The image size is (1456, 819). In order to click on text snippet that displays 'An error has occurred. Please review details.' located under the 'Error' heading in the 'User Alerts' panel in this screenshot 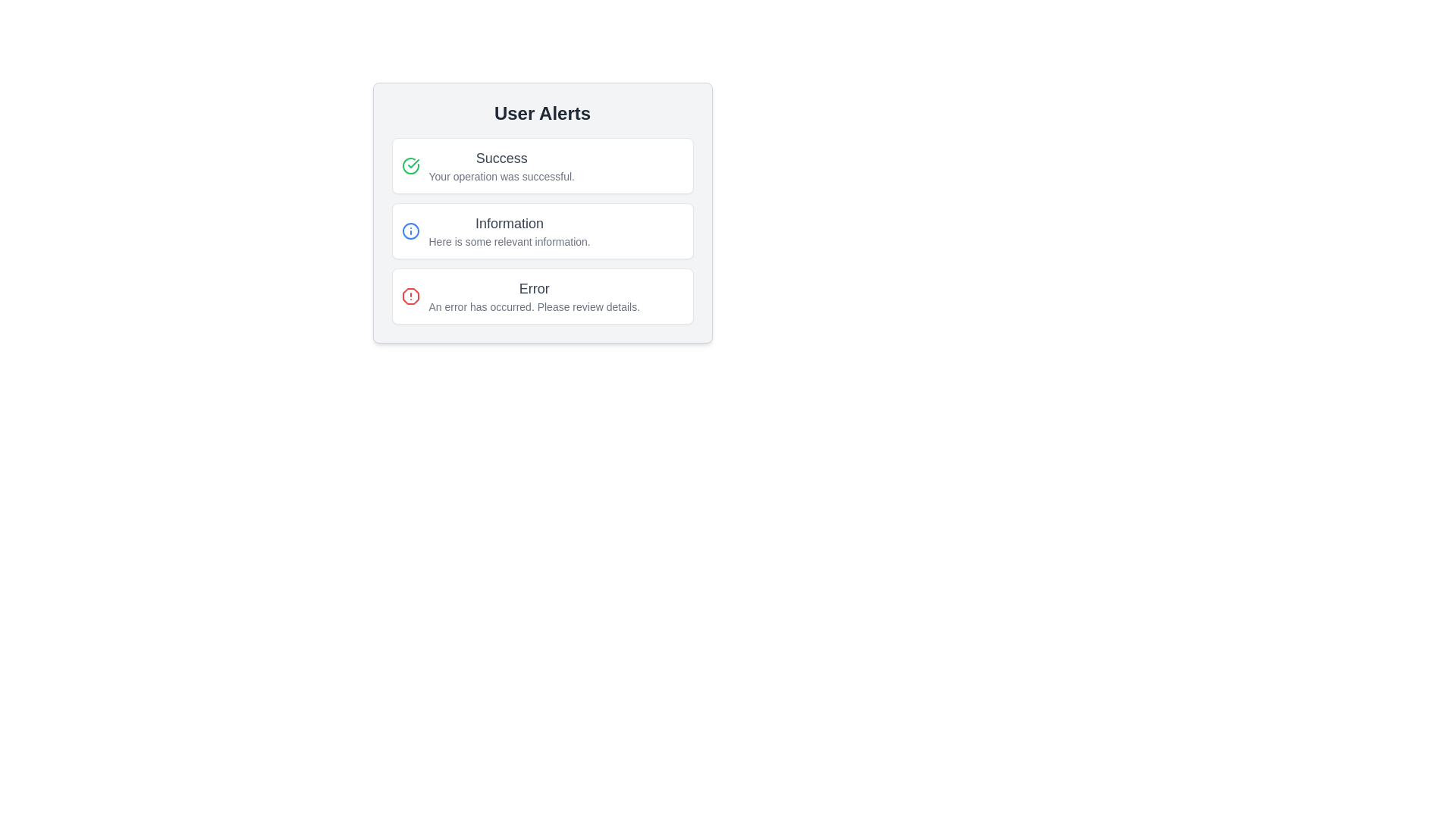, I will do `click(534, 307)`.